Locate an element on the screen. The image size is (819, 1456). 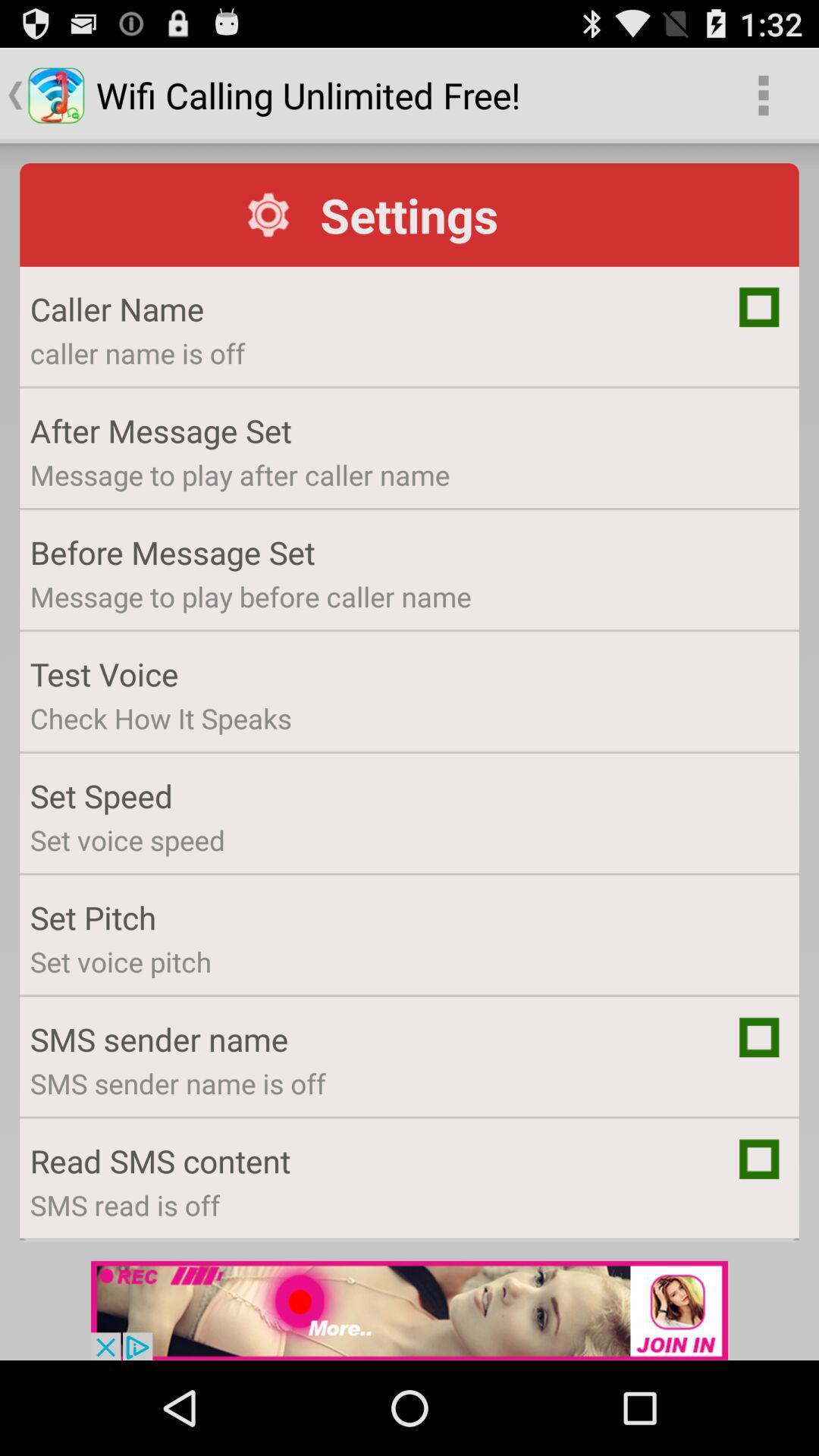
display caller name is located at coordinates (759, 306).